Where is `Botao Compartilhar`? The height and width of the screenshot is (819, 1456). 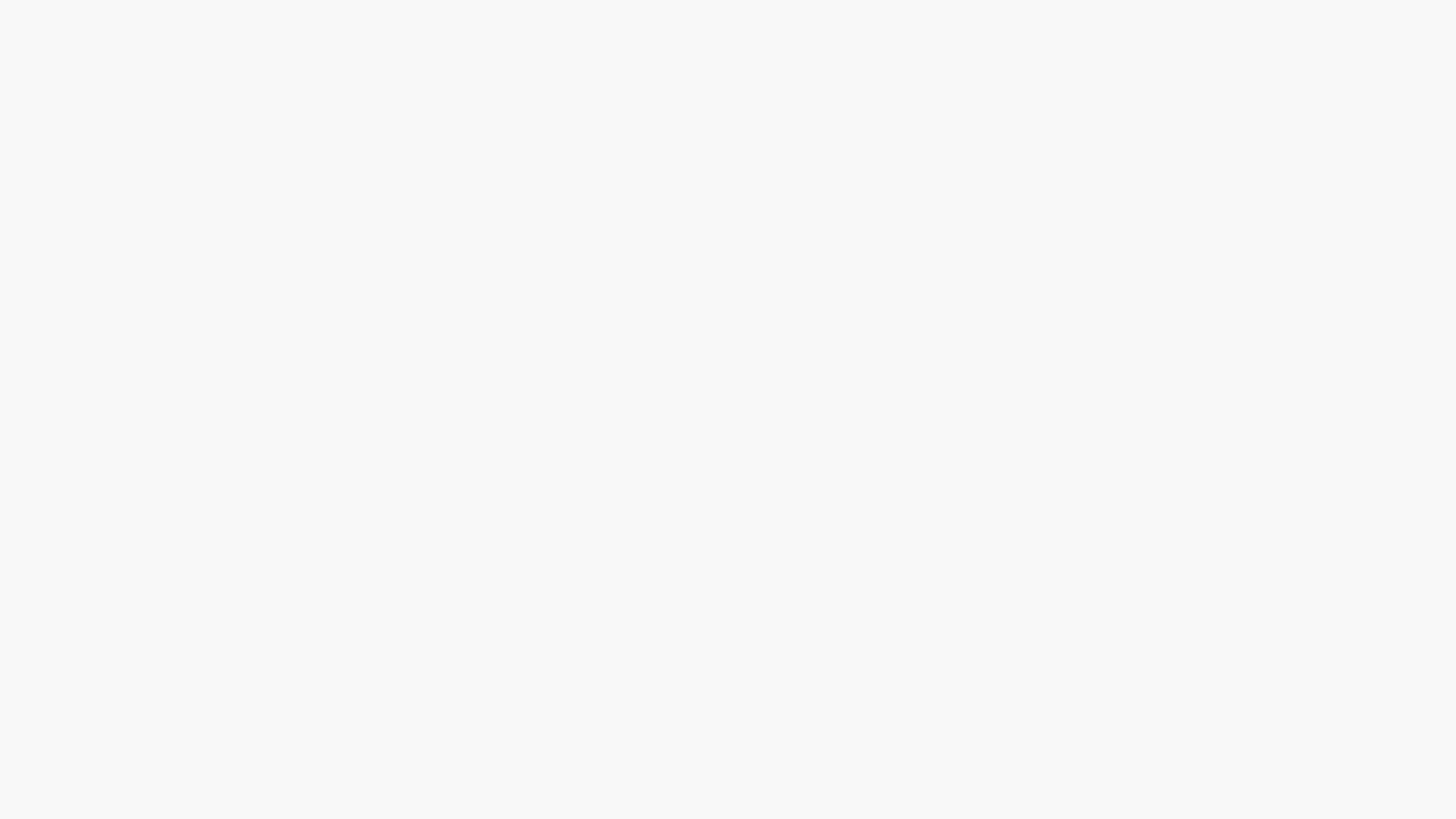 Botao Compartilhar is located at coordinates (1157, 429).